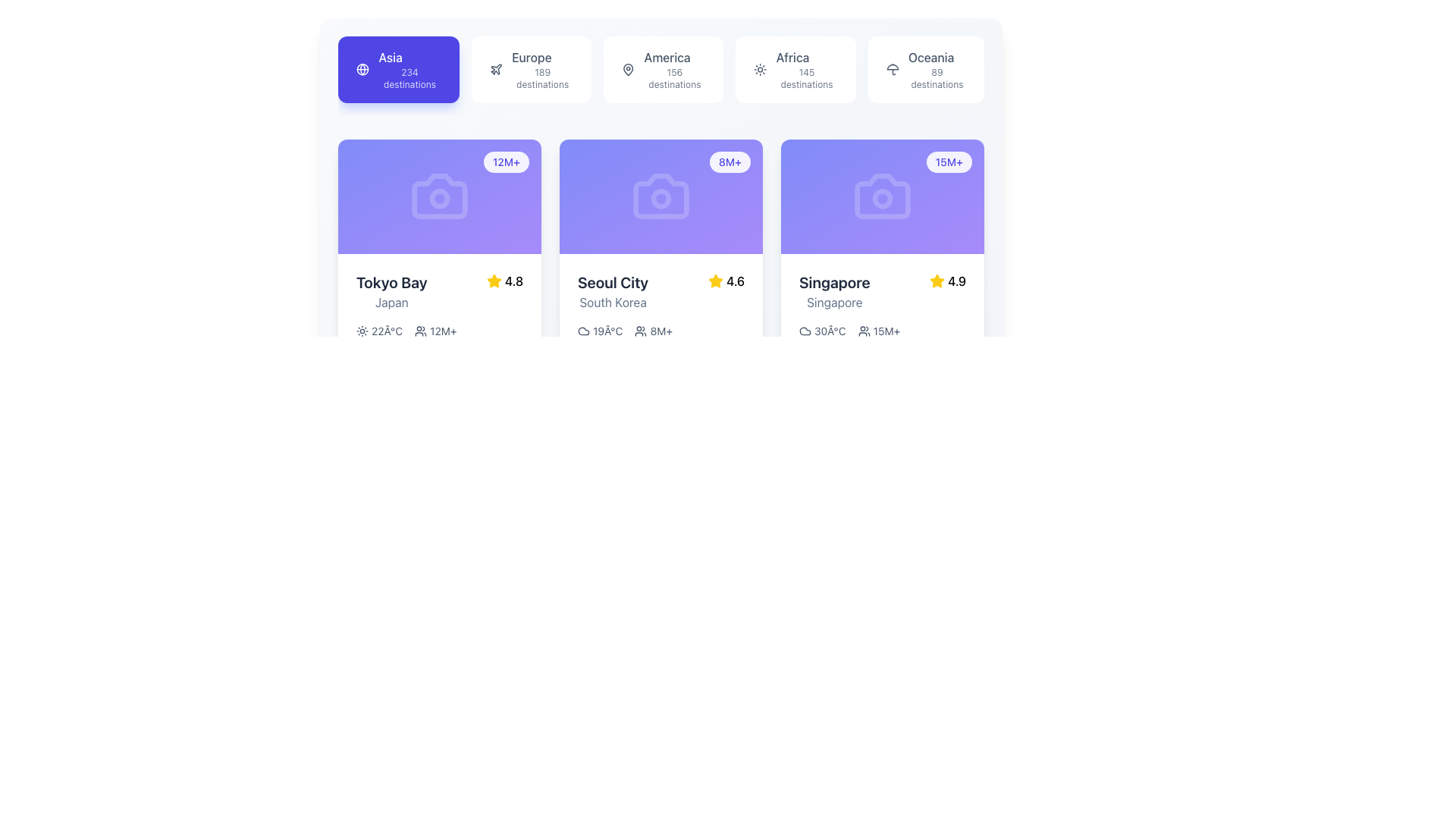 This screenshot has height=819, width=1456. I want to click on the small sun icon with rays, located to the left of the 'Africa' text in the regions bar, so click(761, 70).